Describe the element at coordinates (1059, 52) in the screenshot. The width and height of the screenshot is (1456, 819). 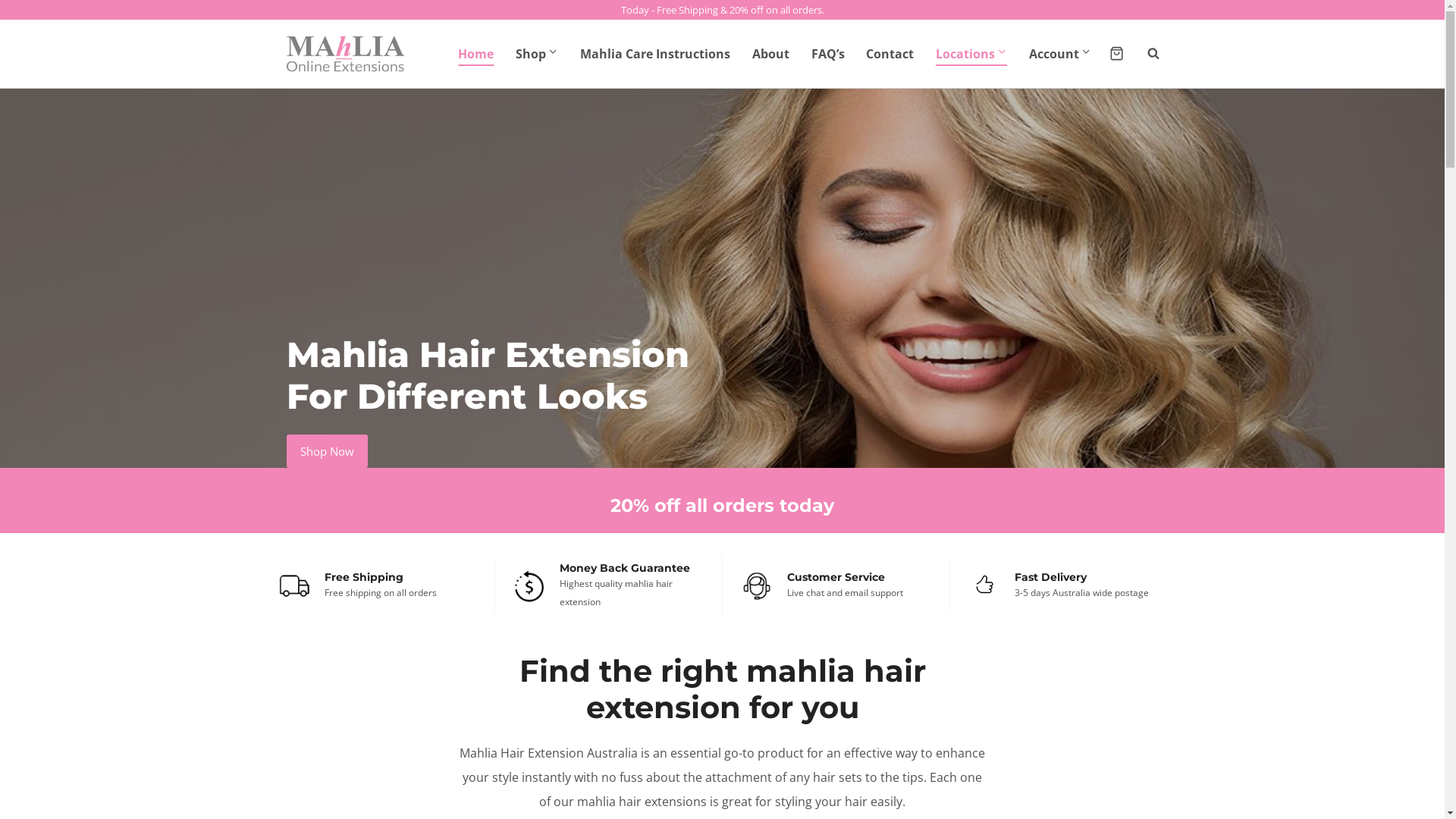
I see `'Account'` at that location.